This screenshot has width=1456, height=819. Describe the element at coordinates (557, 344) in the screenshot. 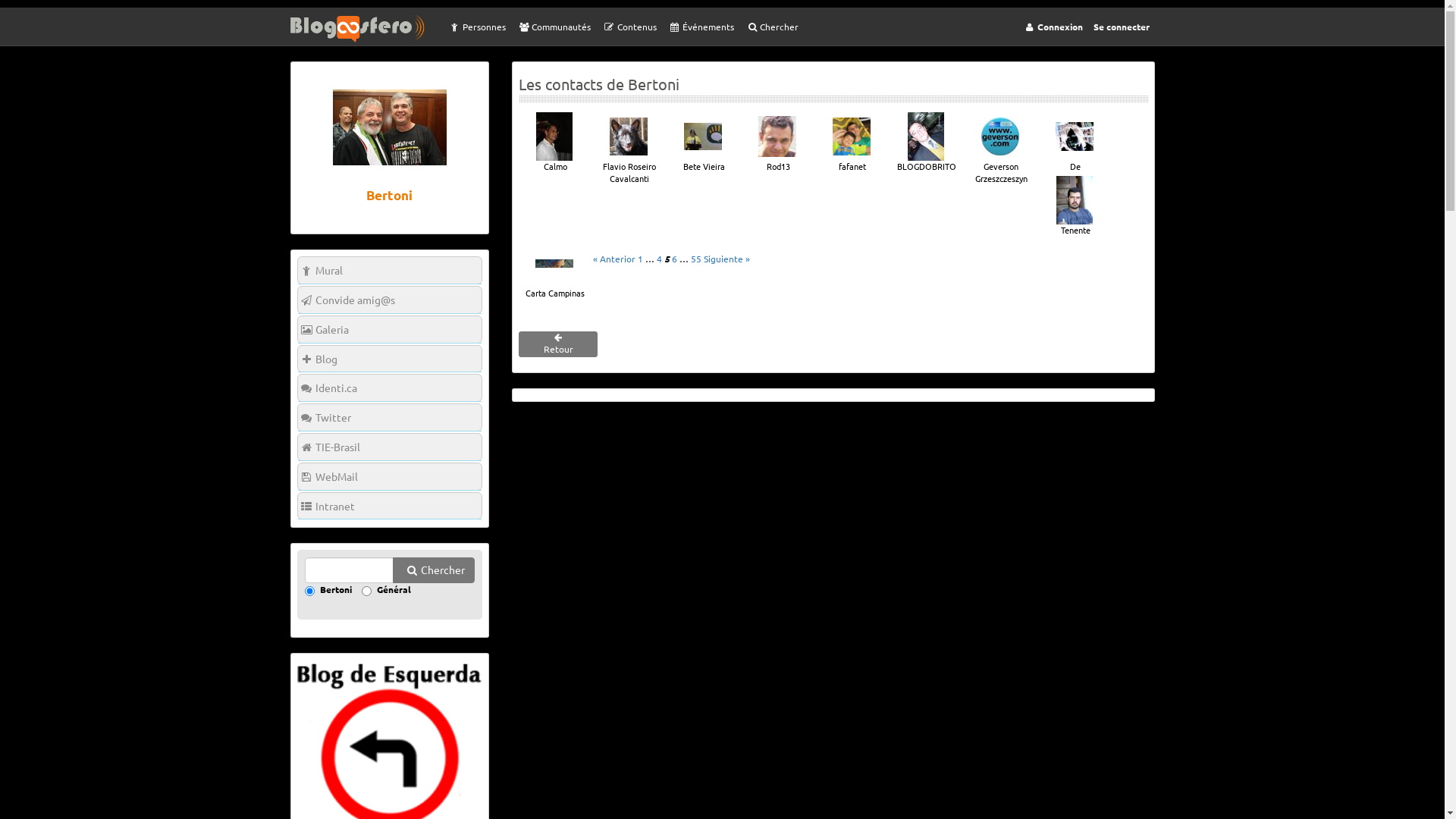

I see `'Retour'` at that location.